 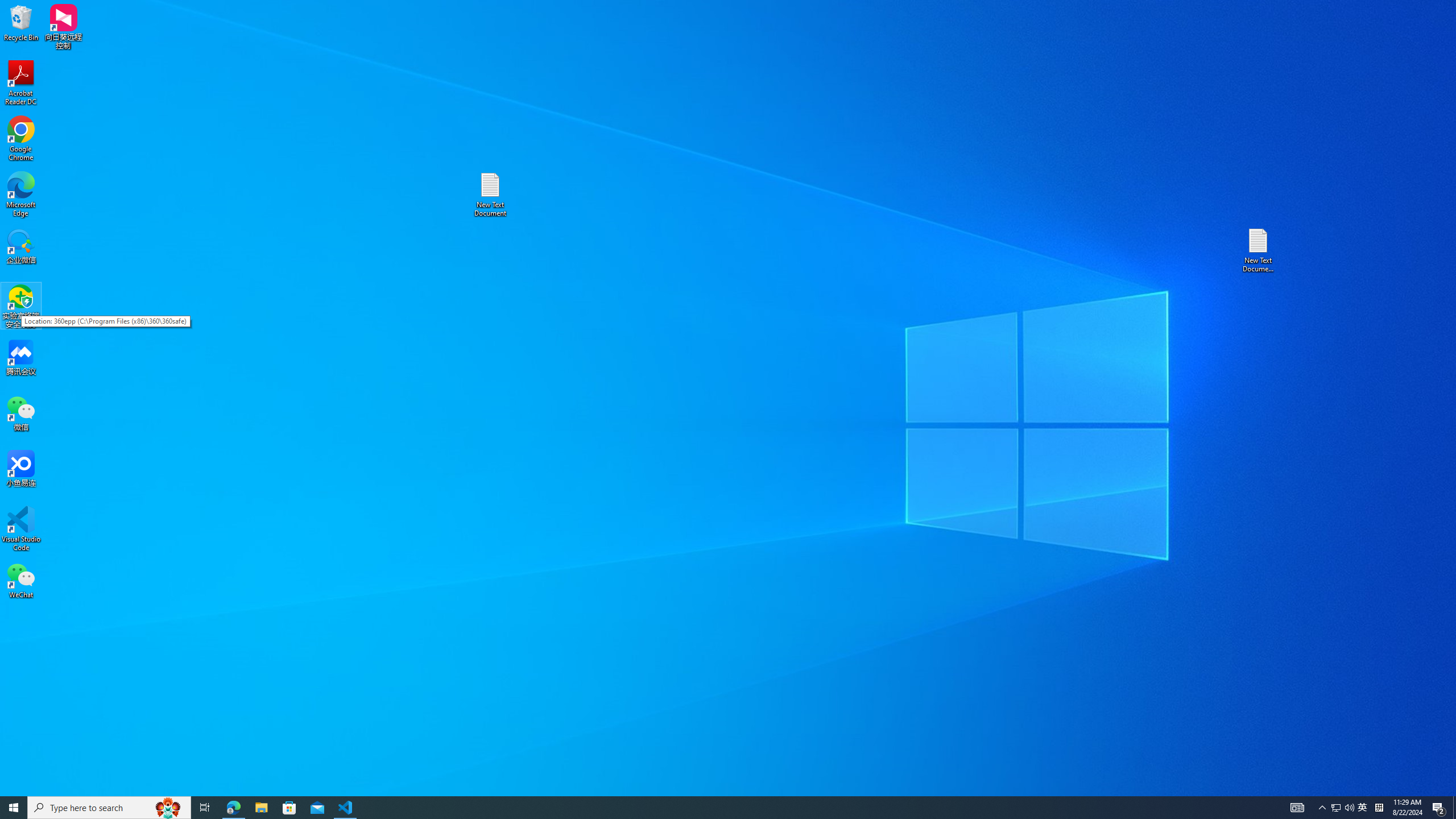 What do you see at coordinates (1296, 806) in the screenshot?
I see `'AutomationID: 4105'` at bounding box center [1296, 806].